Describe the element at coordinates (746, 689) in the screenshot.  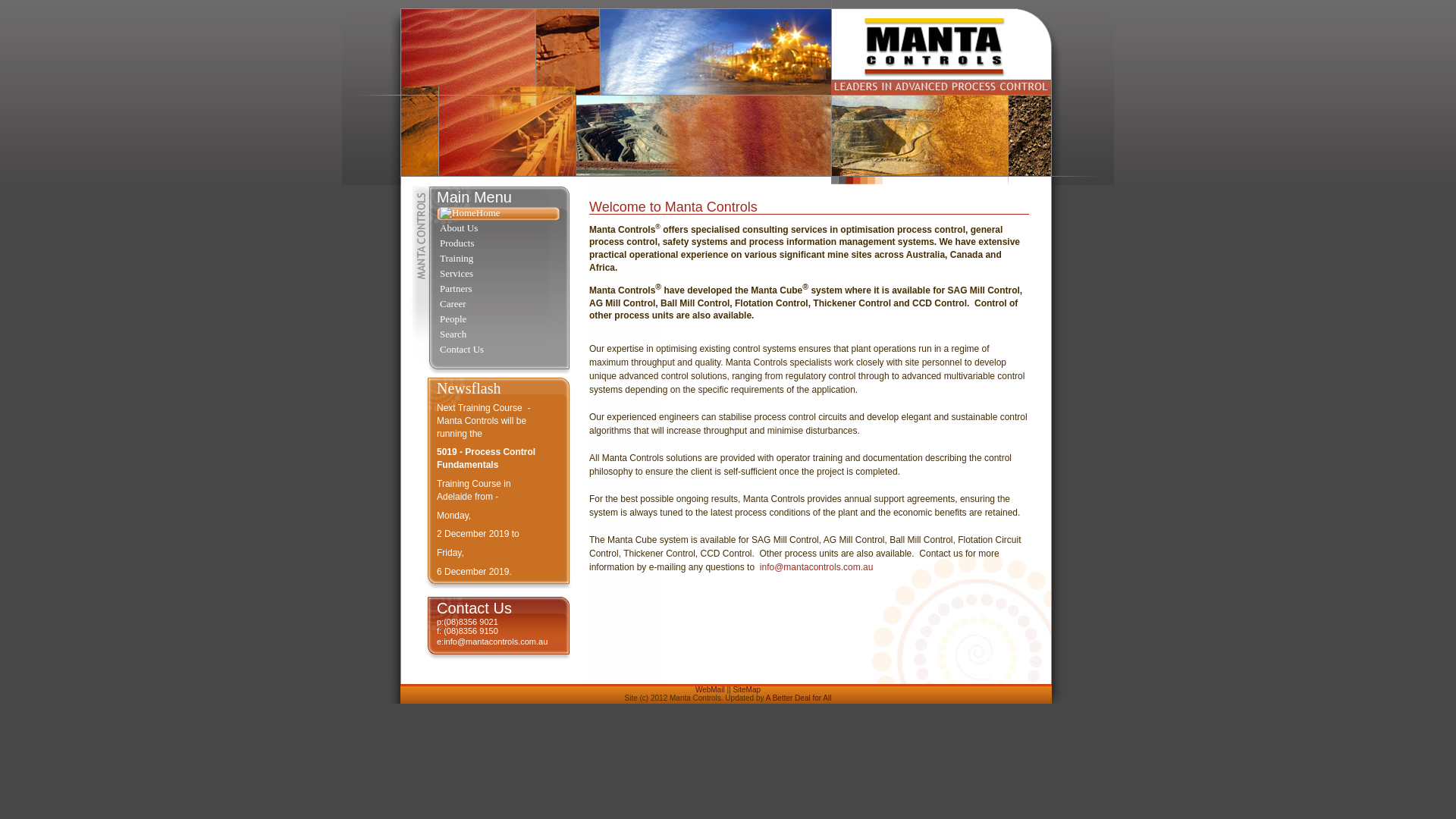
I see `'SiteMap'` at that location.